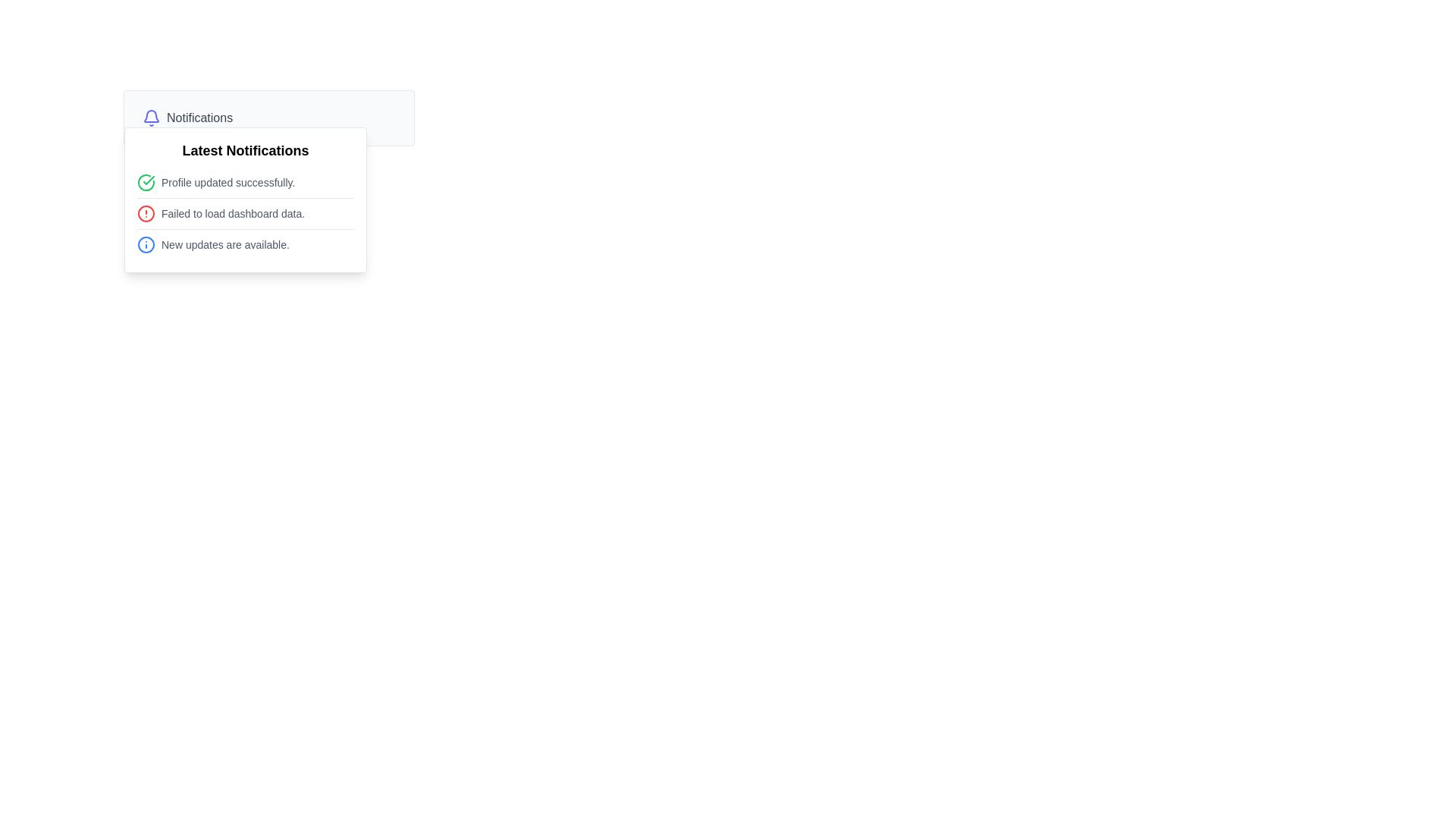 This screenshot has height=819, width=1456. I want to click on informational notification message located at the bottom of the notification panel, which indicates the availability of new updates, so click(246, 243).